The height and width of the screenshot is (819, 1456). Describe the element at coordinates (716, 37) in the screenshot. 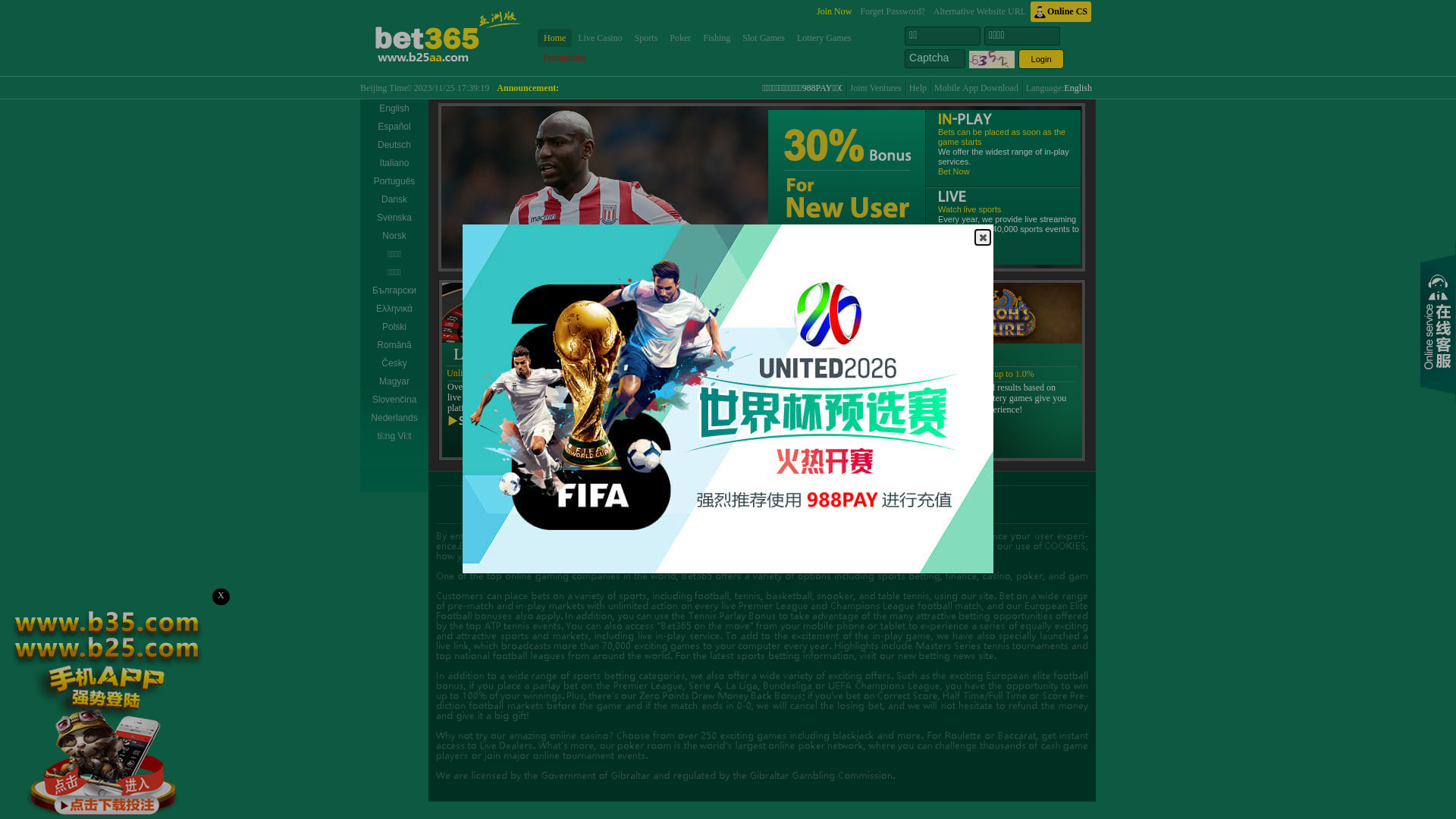

I see `'Fishing'` at that location.